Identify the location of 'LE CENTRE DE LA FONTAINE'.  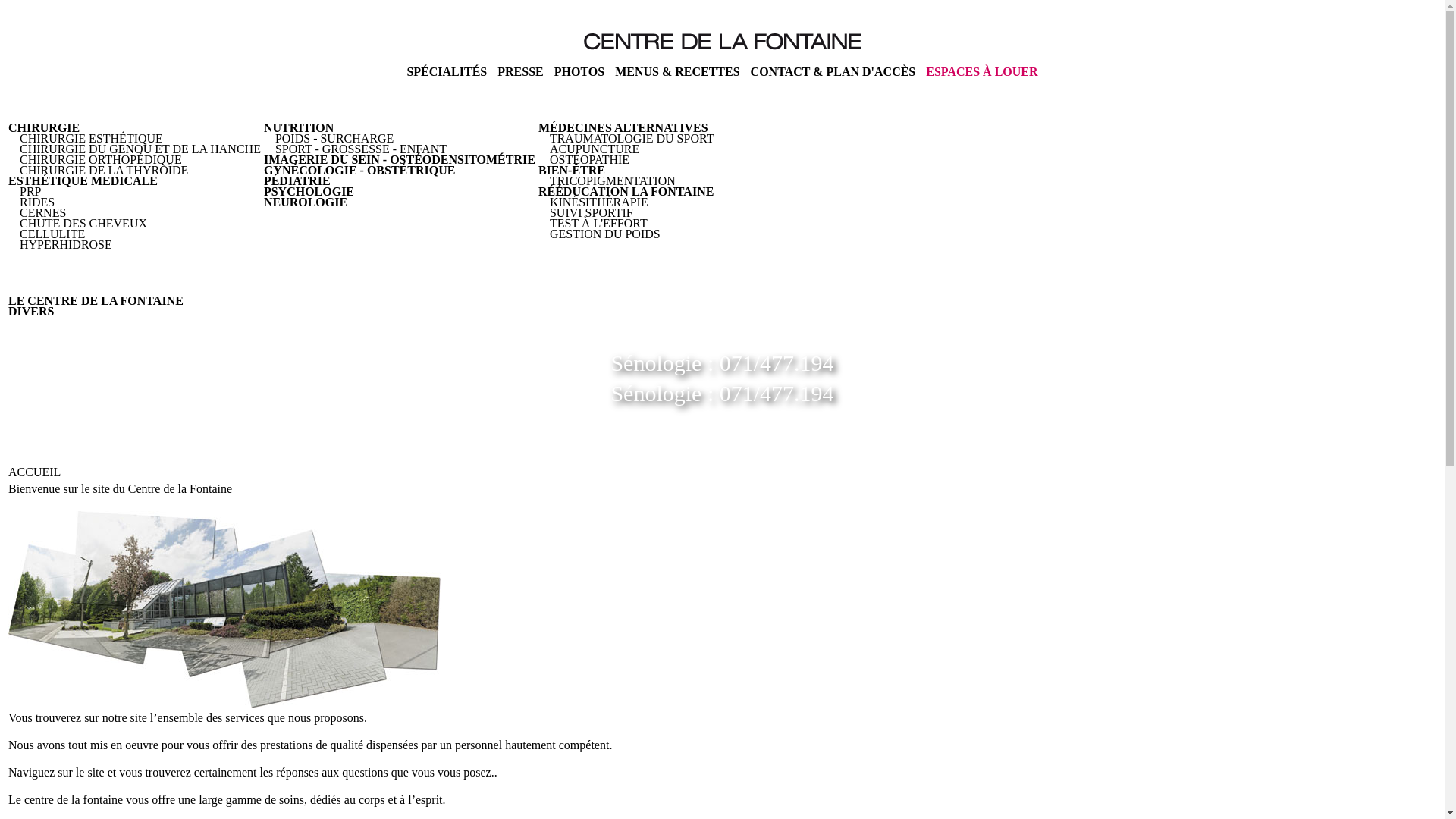
(95, 300).